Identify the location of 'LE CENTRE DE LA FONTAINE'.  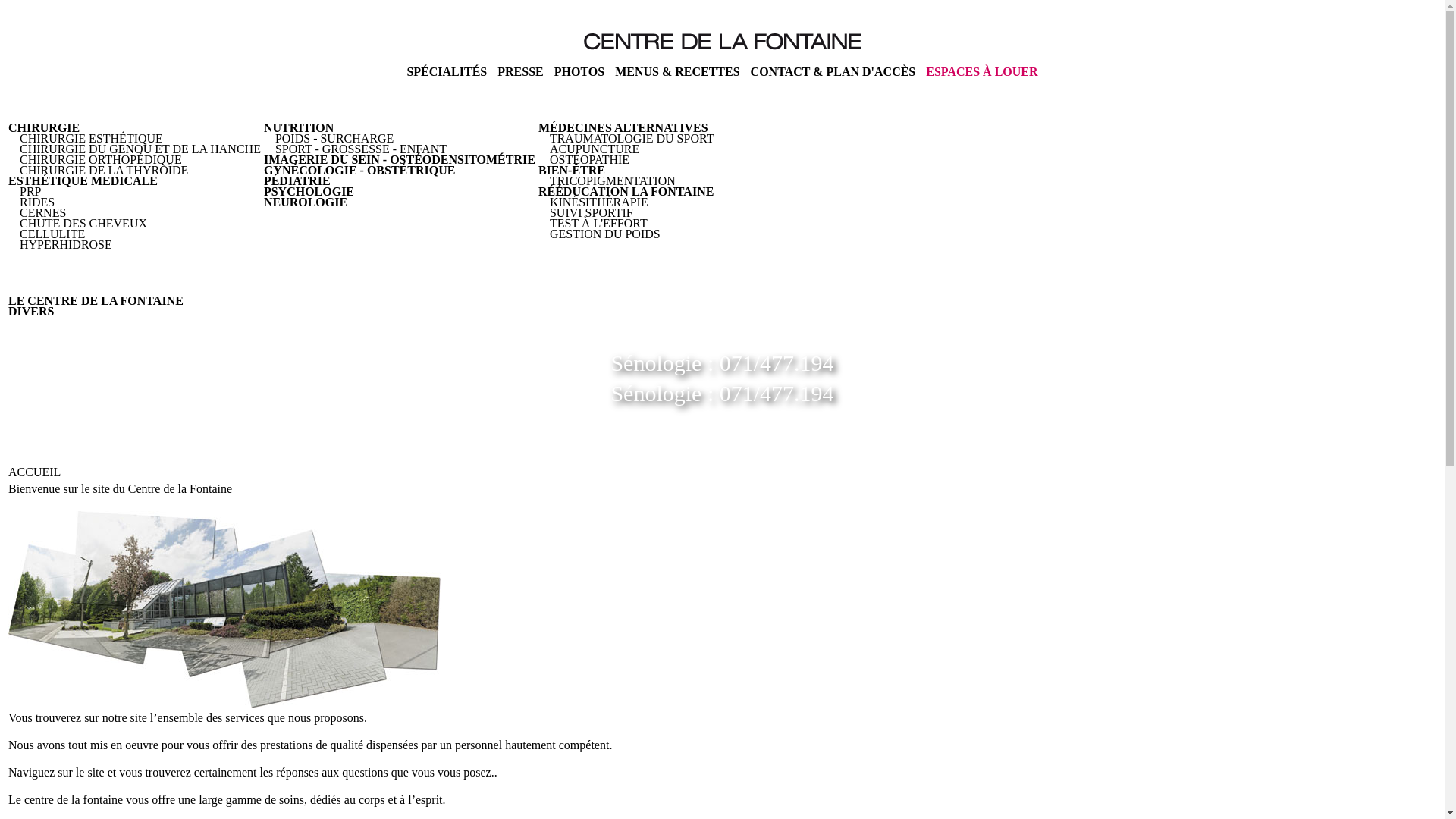
(95, 300).